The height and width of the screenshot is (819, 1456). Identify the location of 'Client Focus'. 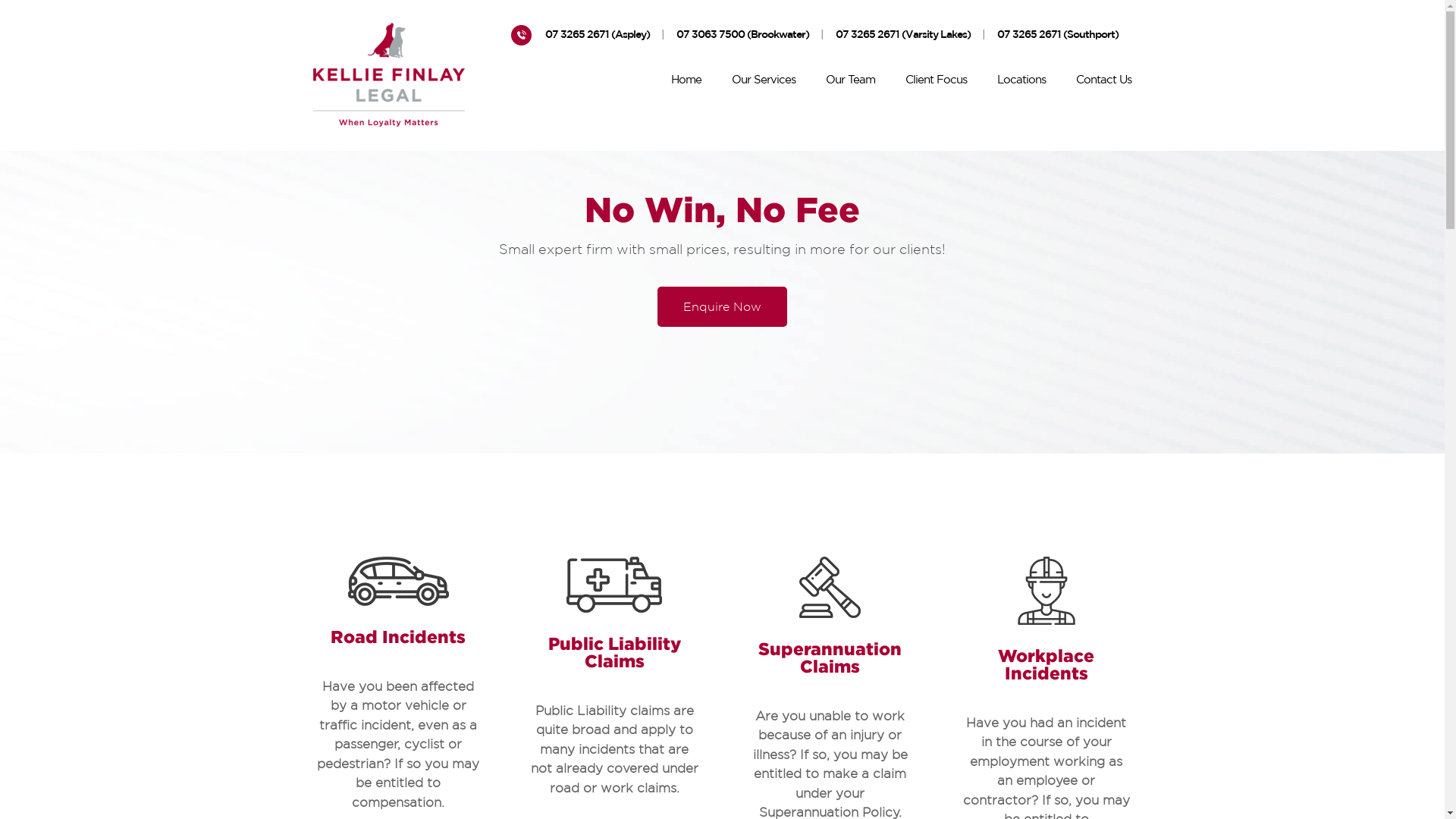
(935, 82).